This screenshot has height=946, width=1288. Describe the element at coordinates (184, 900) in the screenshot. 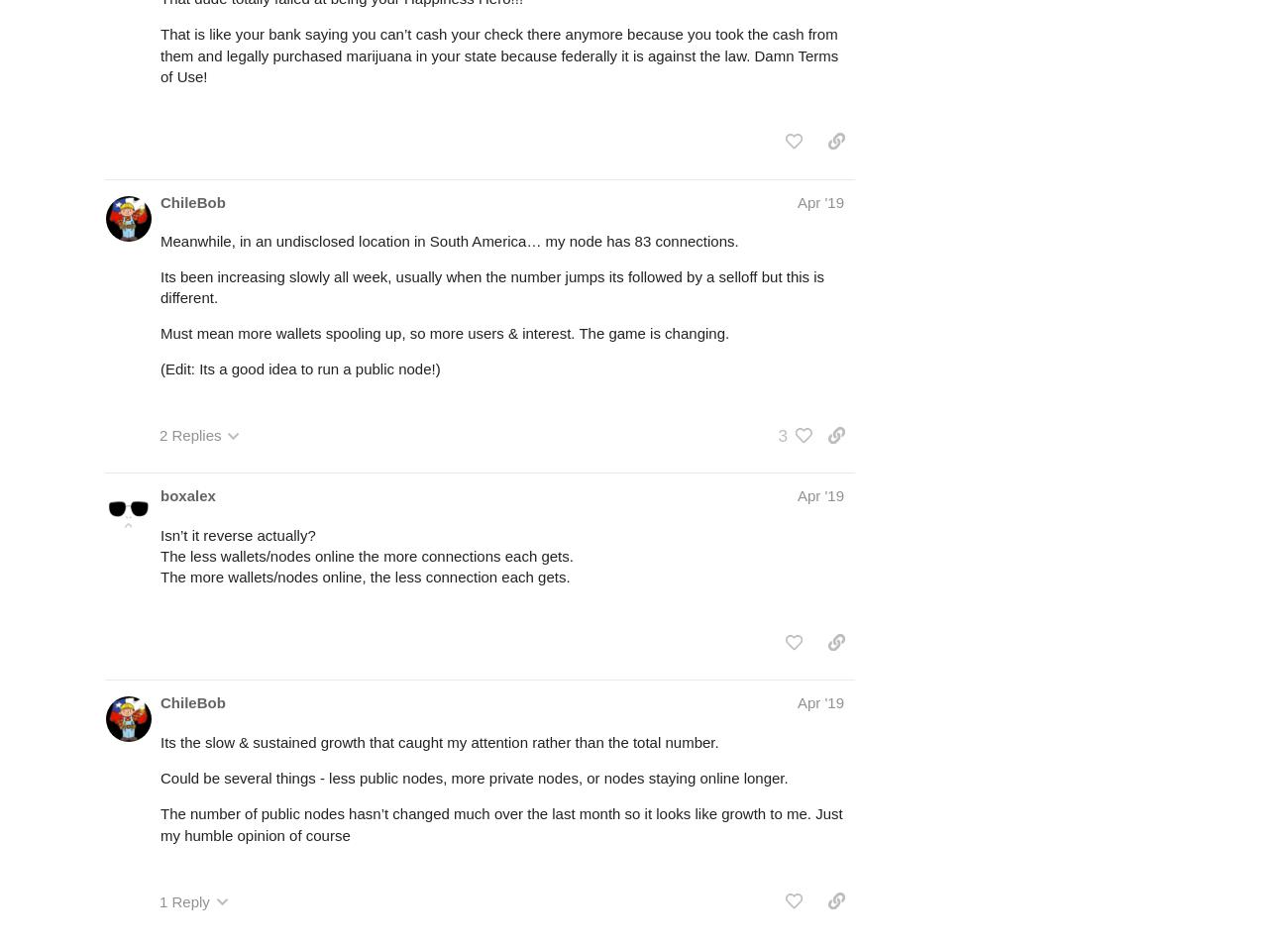

I see `'1 Reply'` at that location.